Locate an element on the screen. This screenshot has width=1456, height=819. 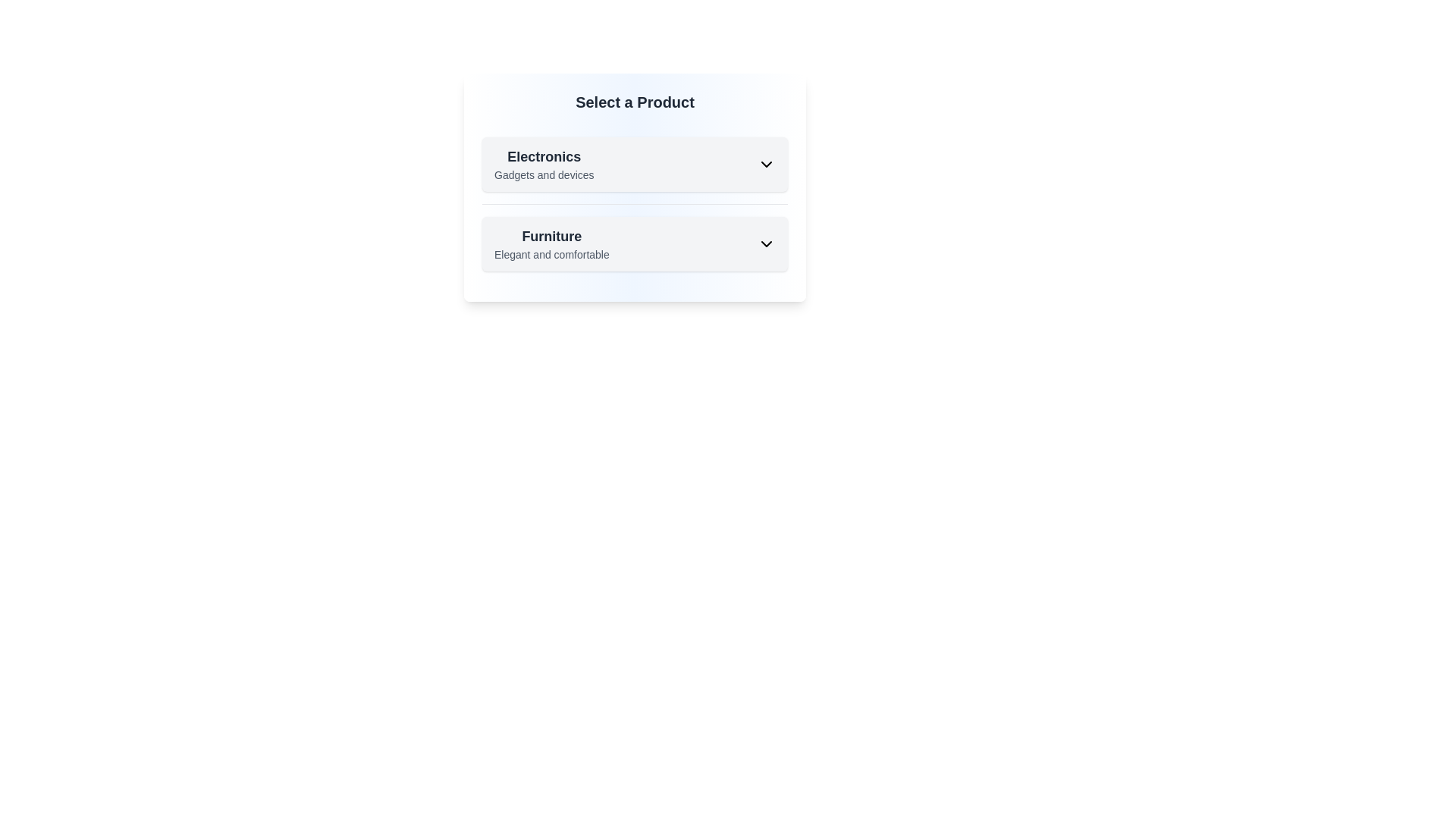
the header text label in the 'Select a Product' section, which indicates the category it represents, positioned above 'Gadgets and devices' is located at coordinates (544, 157).